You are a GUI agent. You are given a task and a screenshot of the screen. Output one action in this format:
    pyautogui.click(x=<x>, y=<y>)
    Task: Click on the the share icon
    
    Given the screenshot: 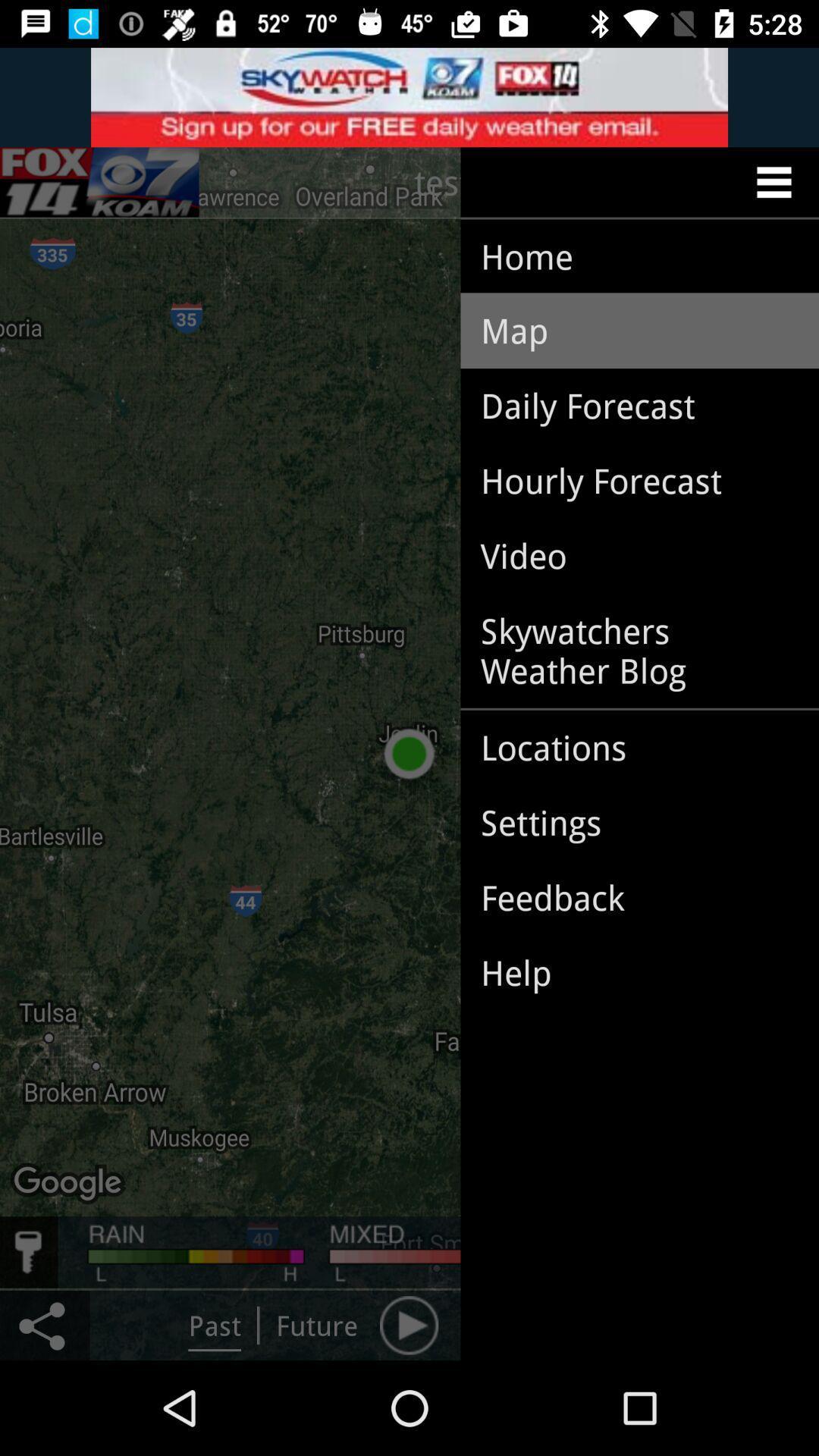 What is the action you would take?
    pyautogui.click(x=44, y=1324)
    